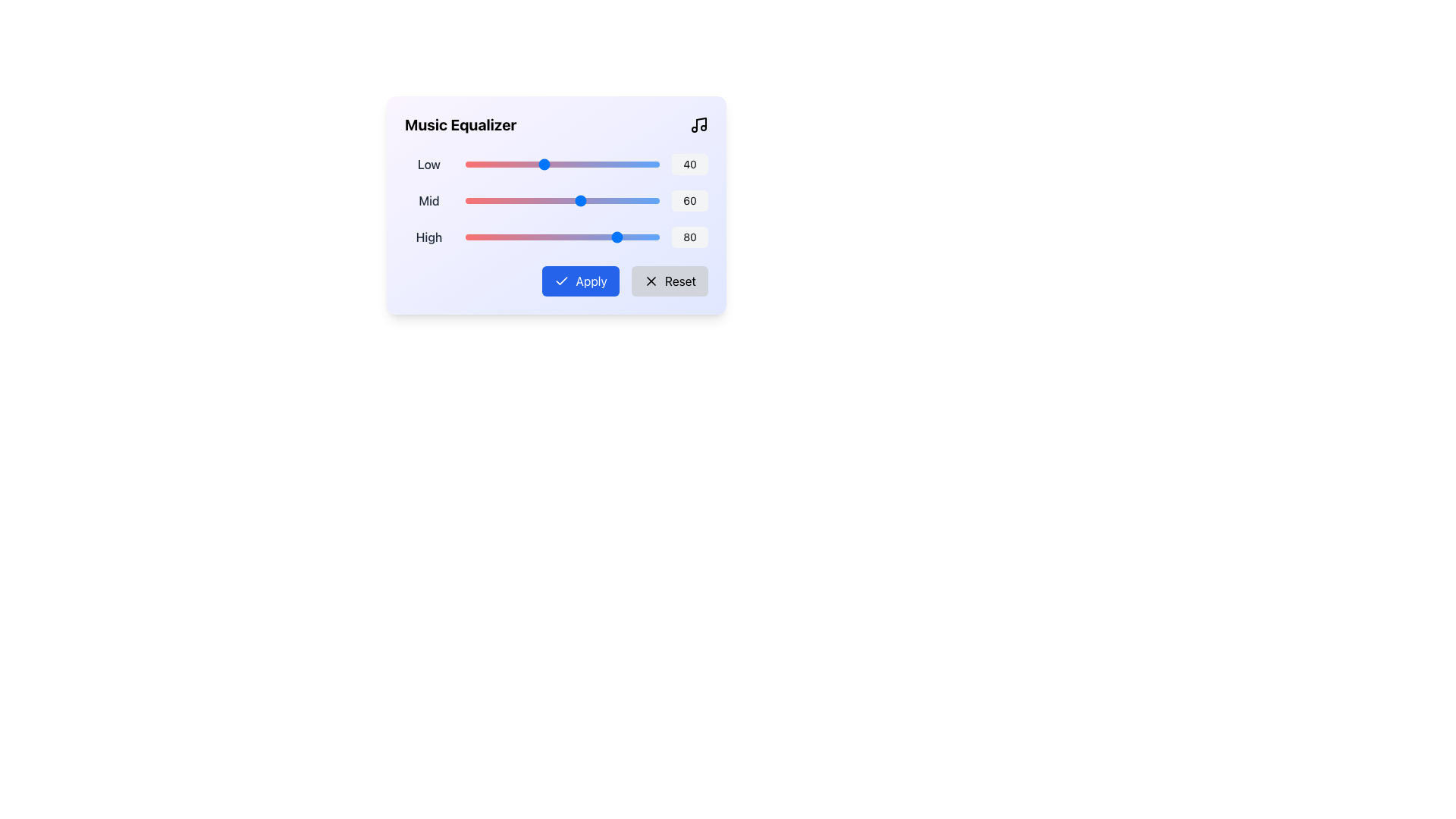 Image resolution: width=1456 pixels, height=819 pixels. Describe the element at coordinates (476, 164) in the screenshot. I see `the Low frequency equalizer value` at that location.